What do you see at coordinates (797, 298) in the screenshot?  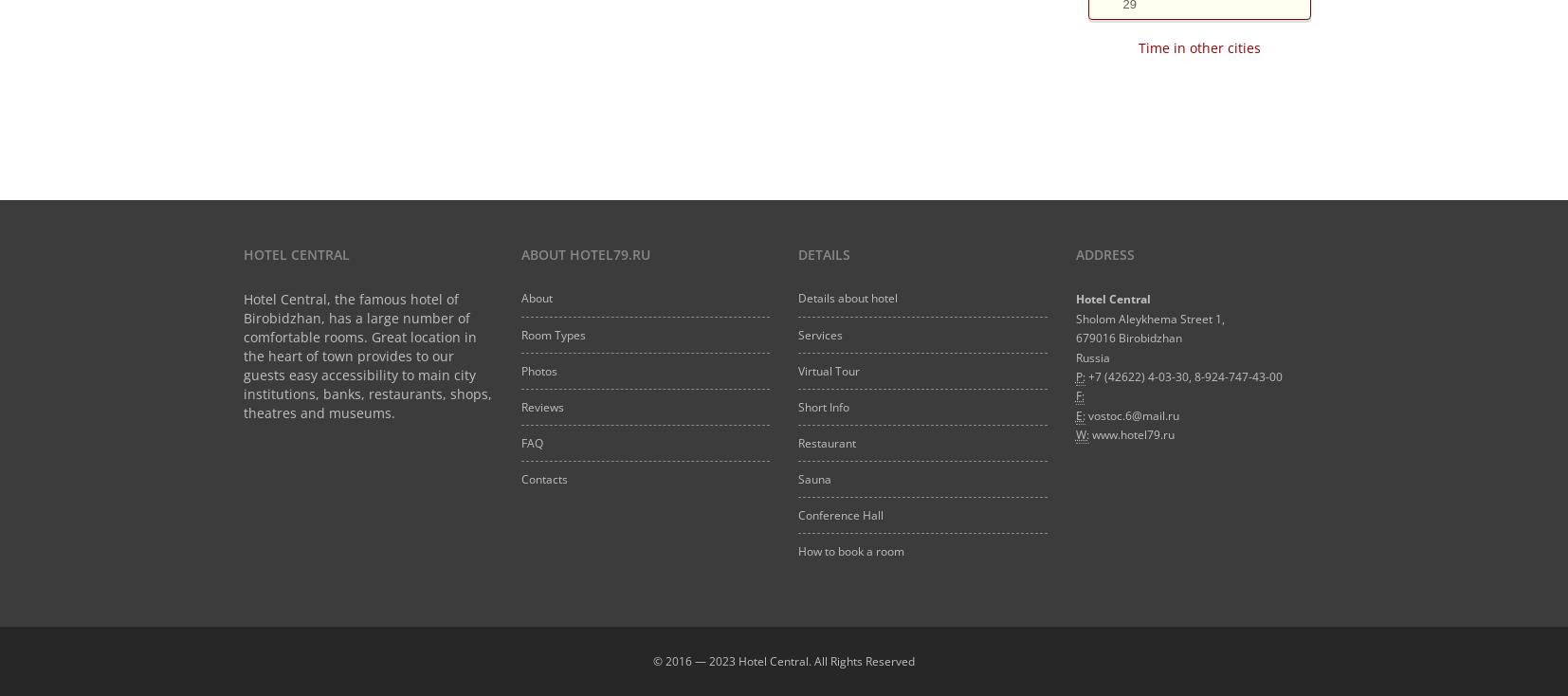 I see `'Details about hotel'` at bounding box center [797, 298].